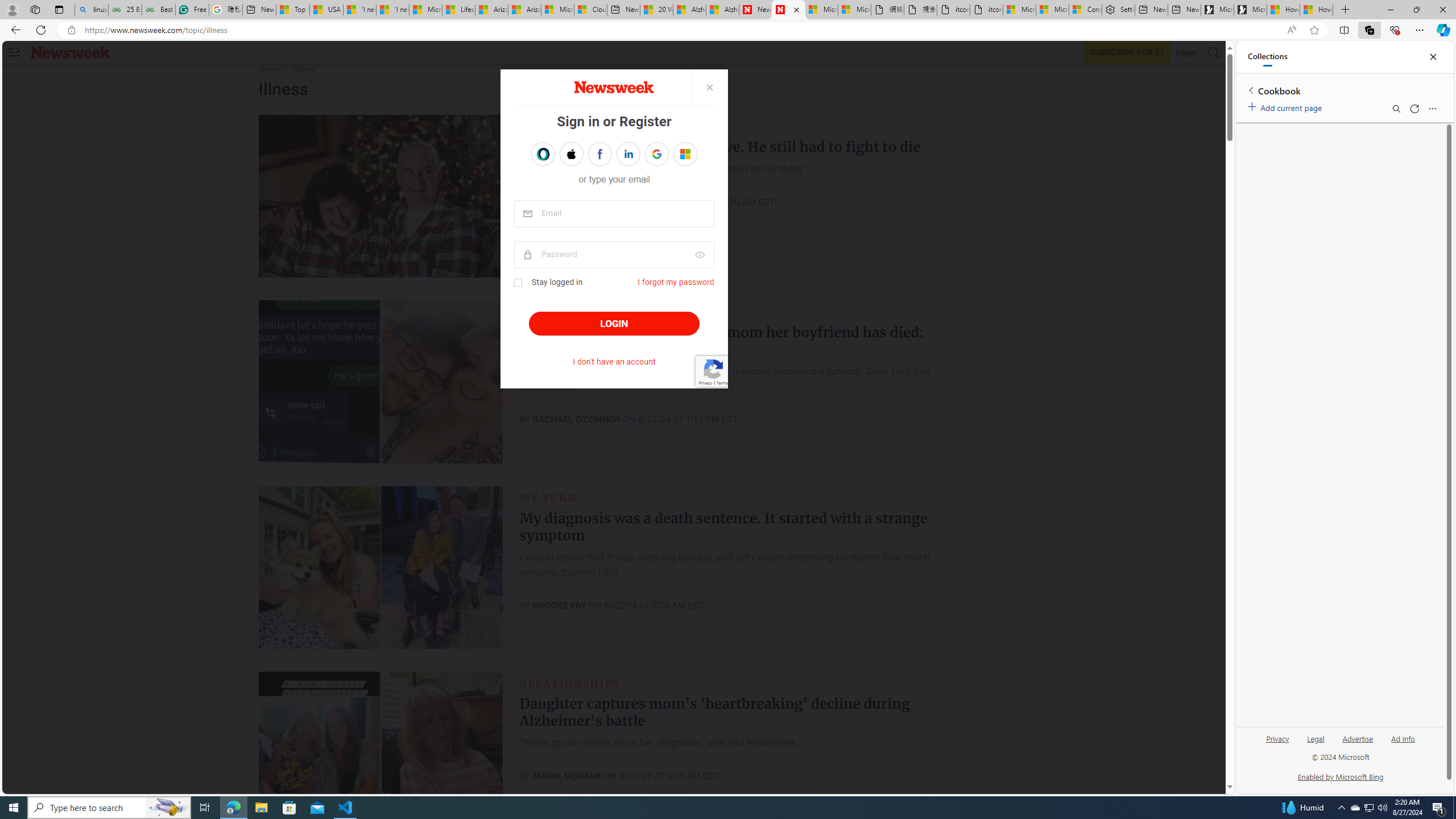 This screenshot has height=819, width=1456. I want to click on 'password', so click(614, 254).